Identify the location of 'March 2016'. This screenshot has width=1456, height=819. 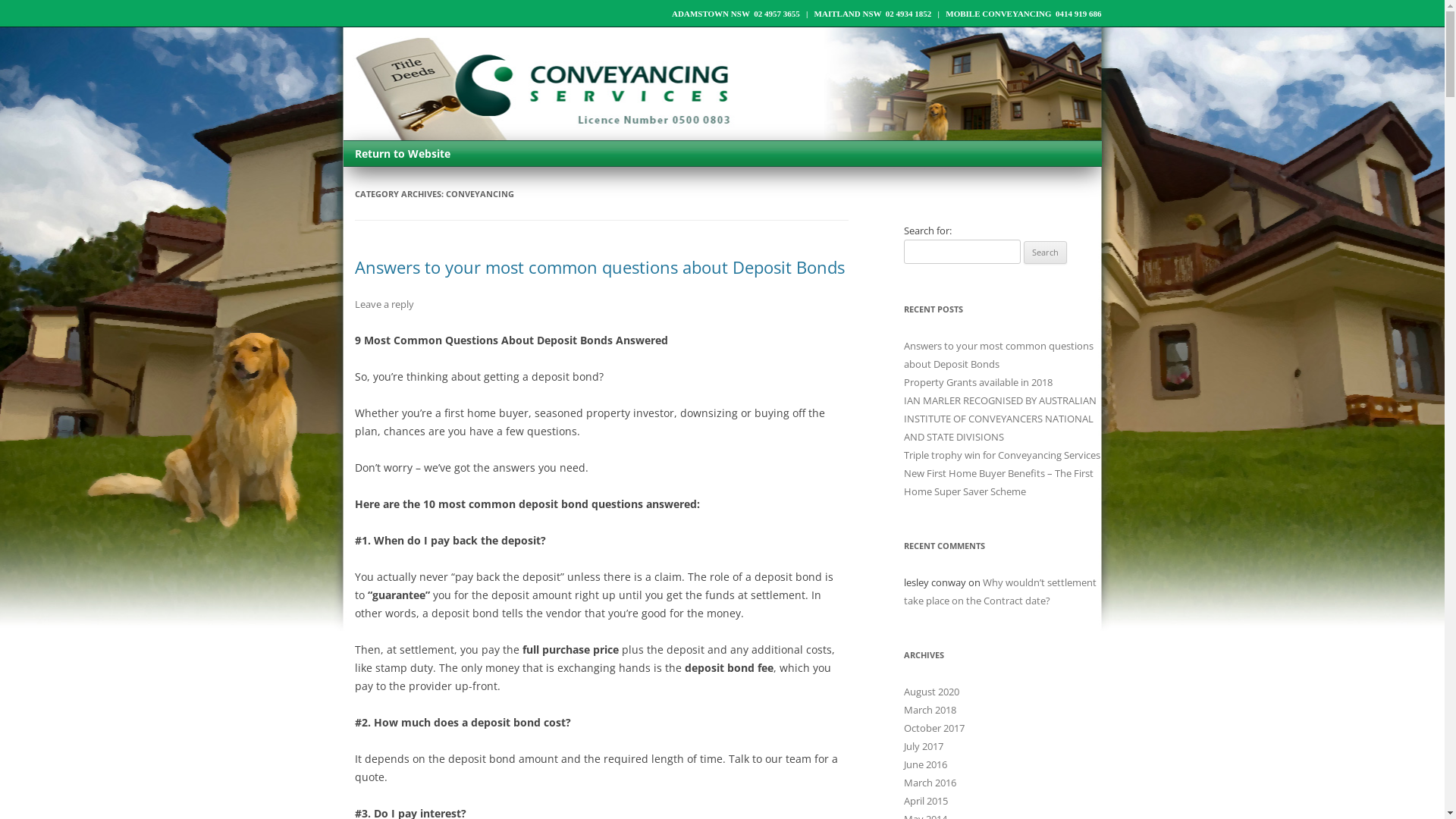
(929, 783).